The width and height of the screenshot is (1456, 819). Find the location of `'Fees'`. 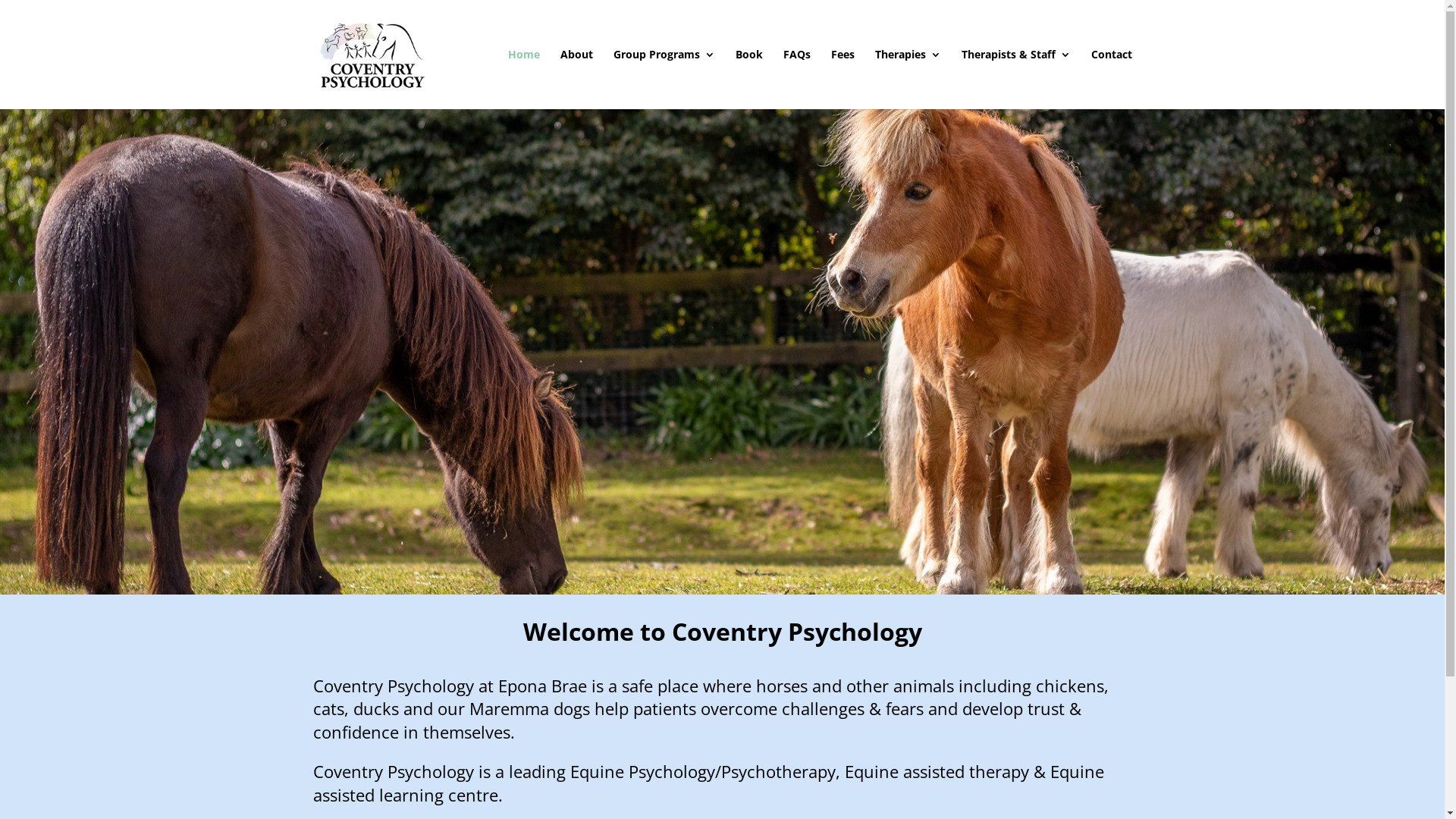

'Fees' is located at coordinates (842, 79).